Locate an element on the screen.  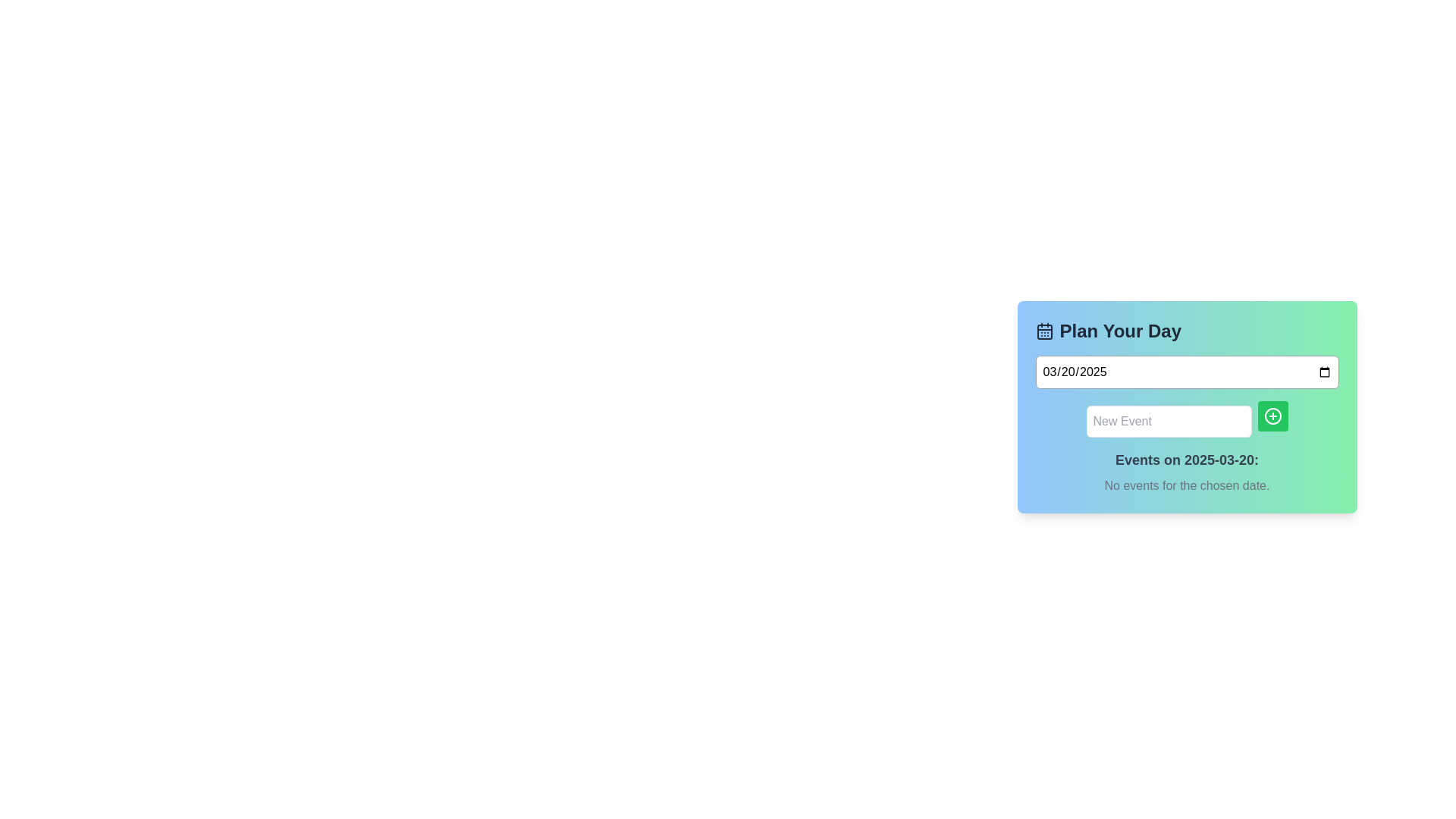
the Text block that displays information about scheduled events for the chosen date, indicating that there are no events for that date is located at coordinates (1186, 472).